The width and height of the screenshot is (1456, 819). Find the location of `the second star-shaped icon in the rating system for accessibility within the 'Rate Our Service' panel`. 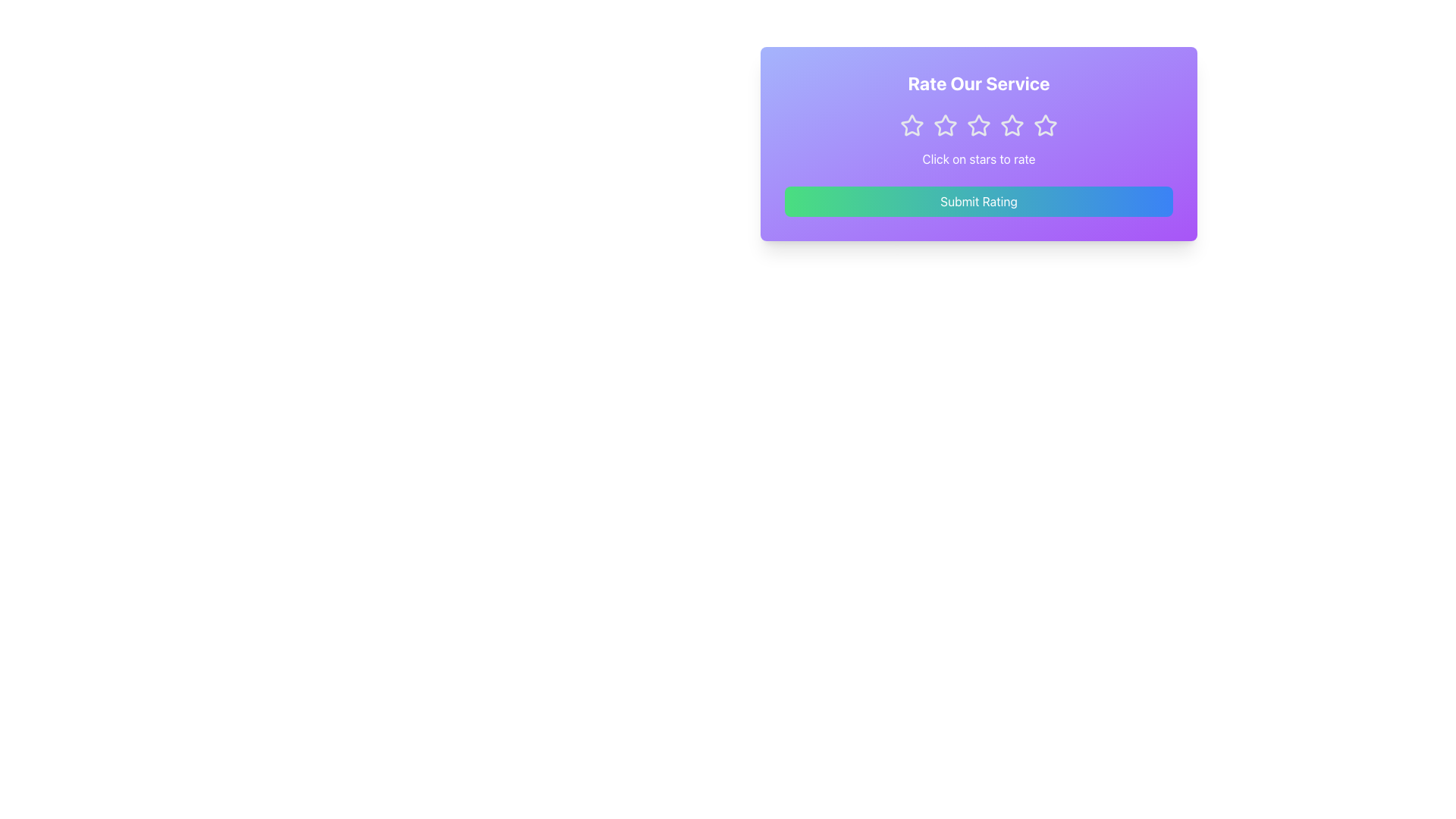

the second star-shaped icon in the rating system for accessibility within the 'Rate Our Service' panel is located at coordinates (945, 124).